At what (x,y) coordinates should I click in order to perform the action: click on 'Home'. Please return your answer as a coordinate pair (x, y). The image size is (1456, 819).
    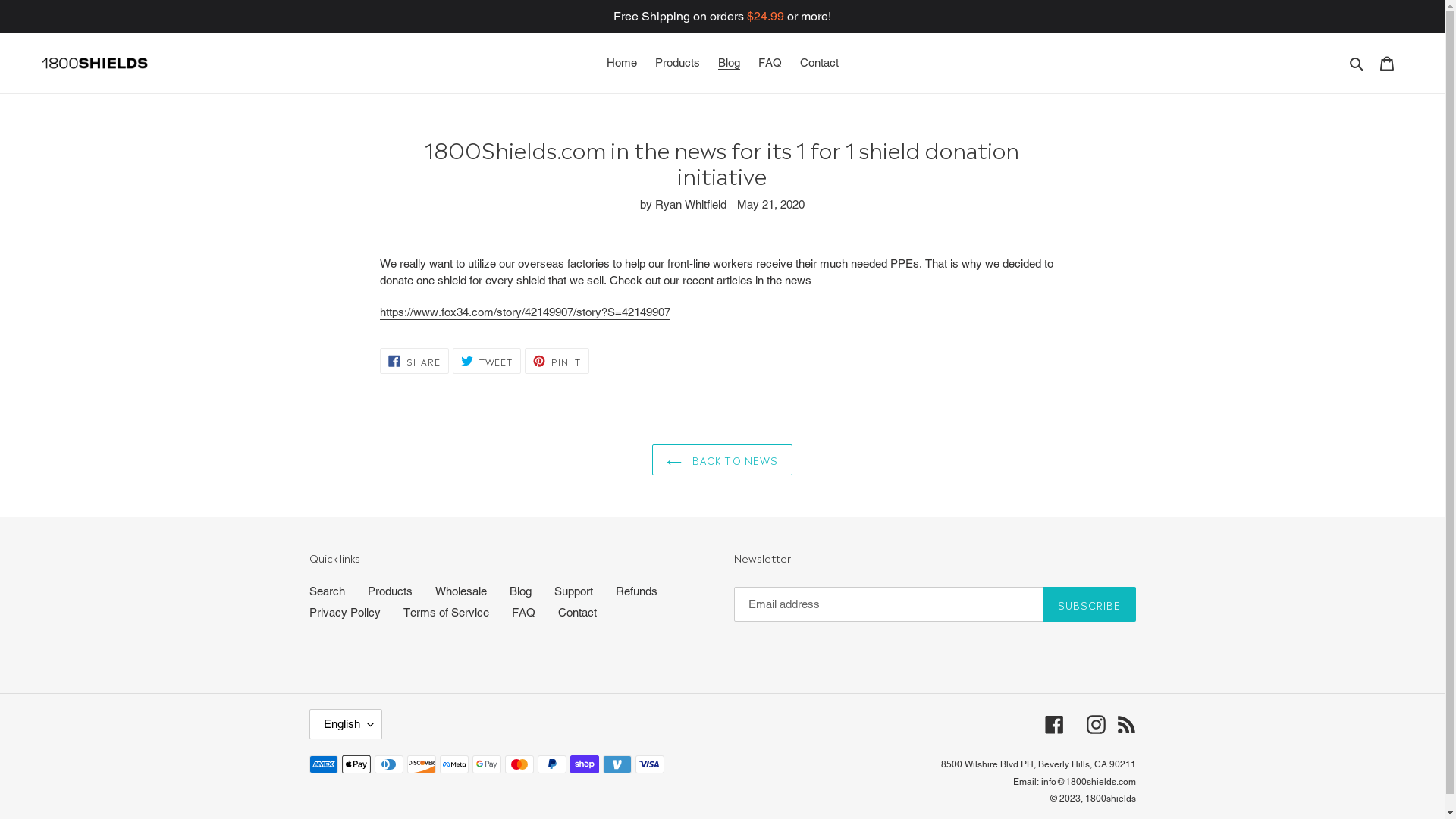
    Looking at the image, I should click on (598, 62).